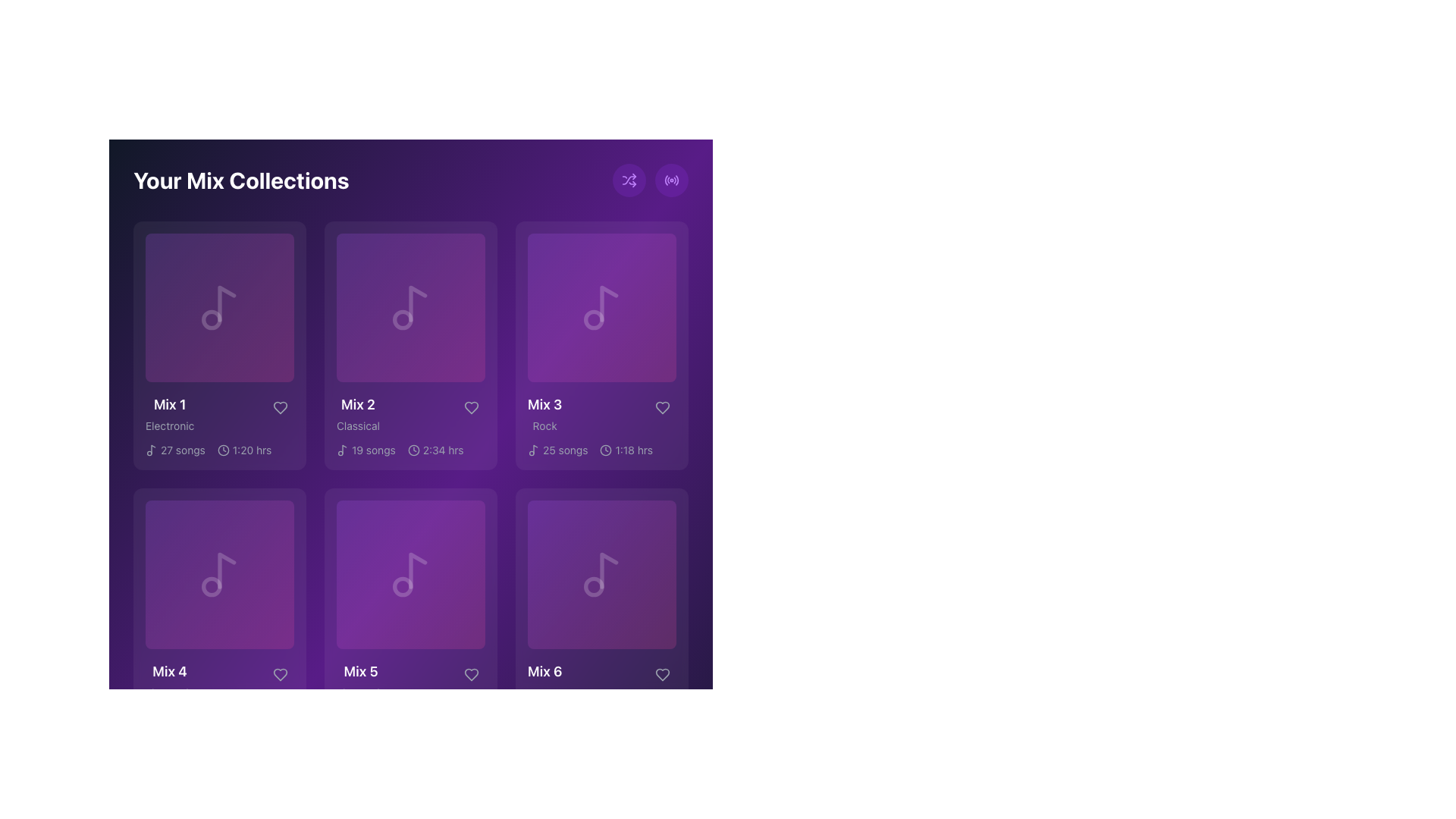  What do you see at coordinates (280, 674) in the screenshot?
I see `the heart icon button located in the bottom-right corner of the 'Mix 4' section` at bounding box center [280, 674].